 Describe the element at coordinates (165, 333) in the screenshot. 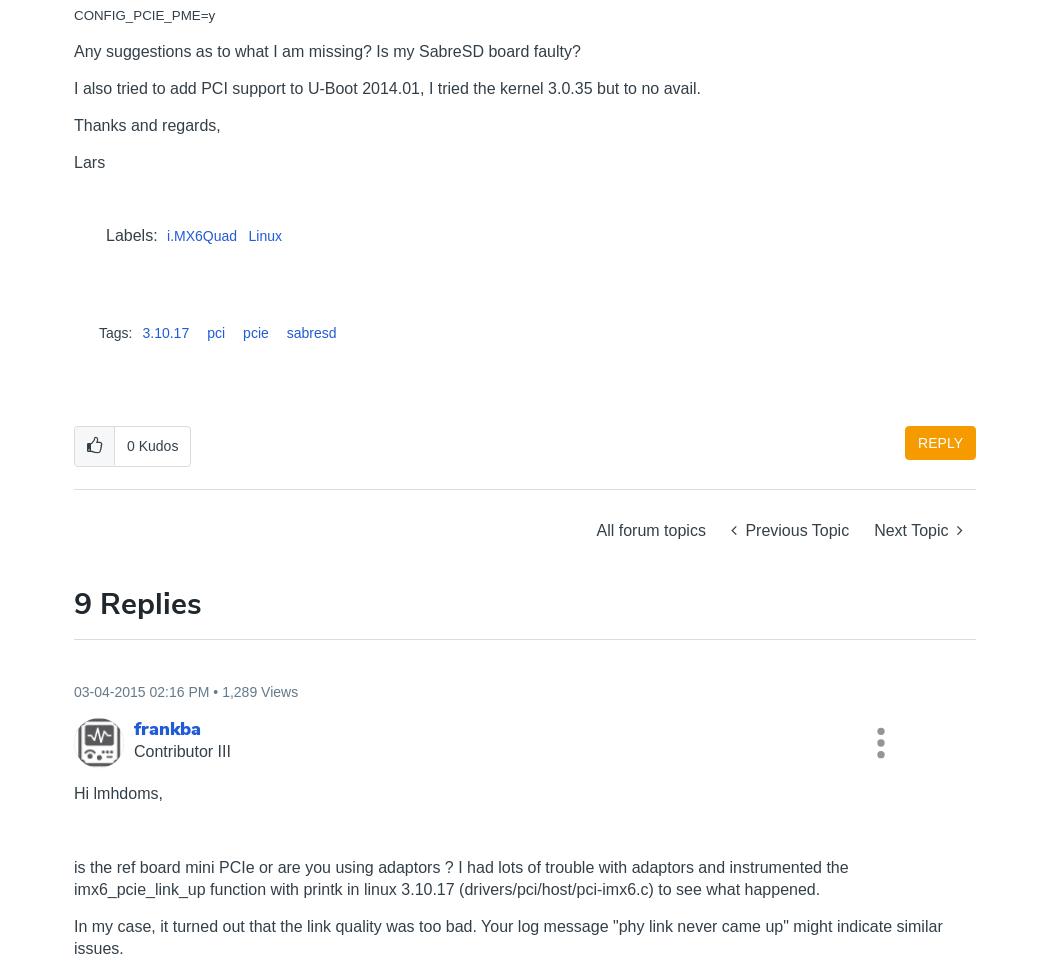

I see `'3.10.17'` at that location.